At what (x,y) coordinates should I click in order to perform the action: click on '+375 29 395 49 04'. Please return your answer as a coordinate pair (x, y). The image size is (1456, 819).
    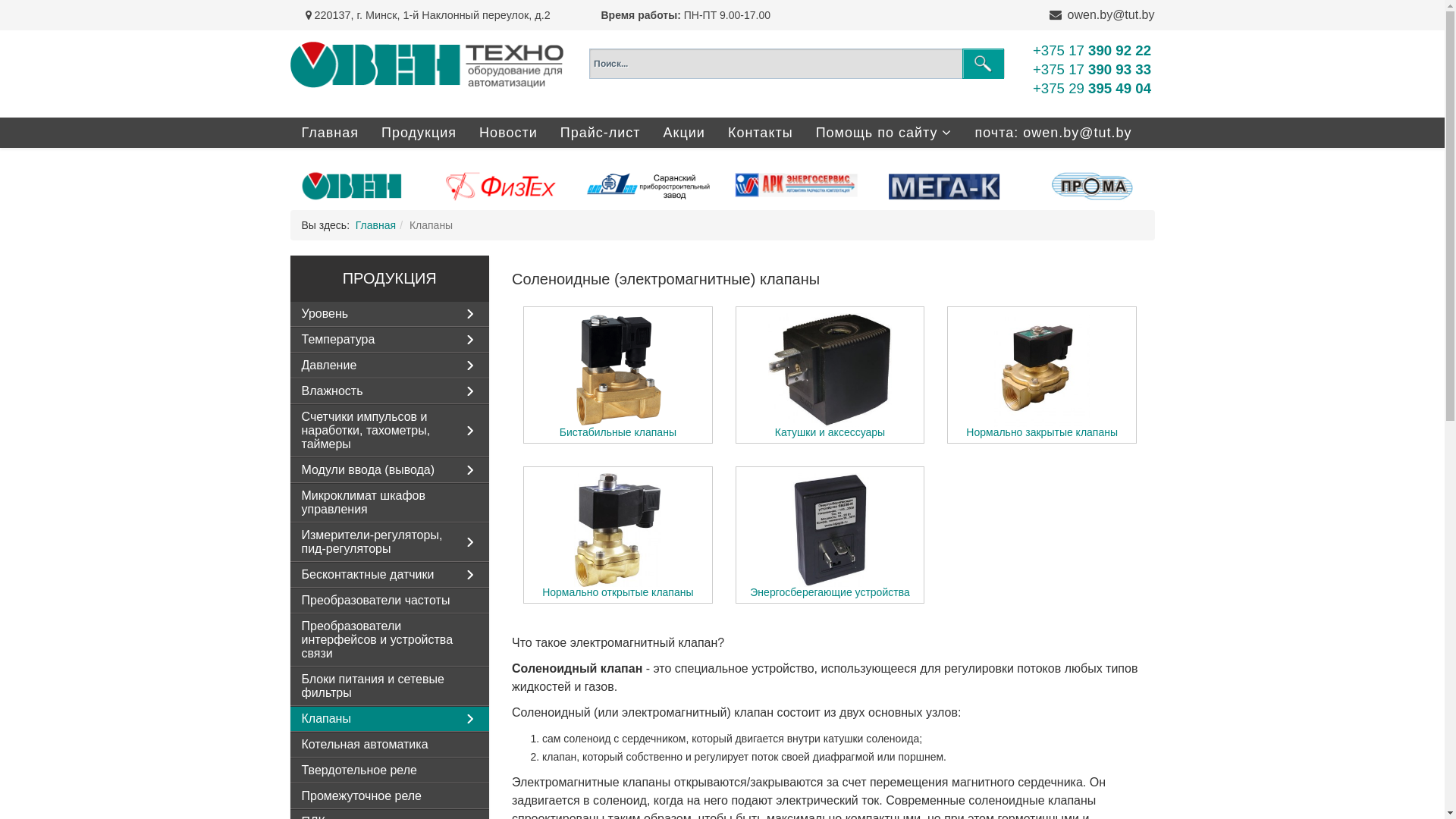
    Looking at the image, I should click on (1032, 88).